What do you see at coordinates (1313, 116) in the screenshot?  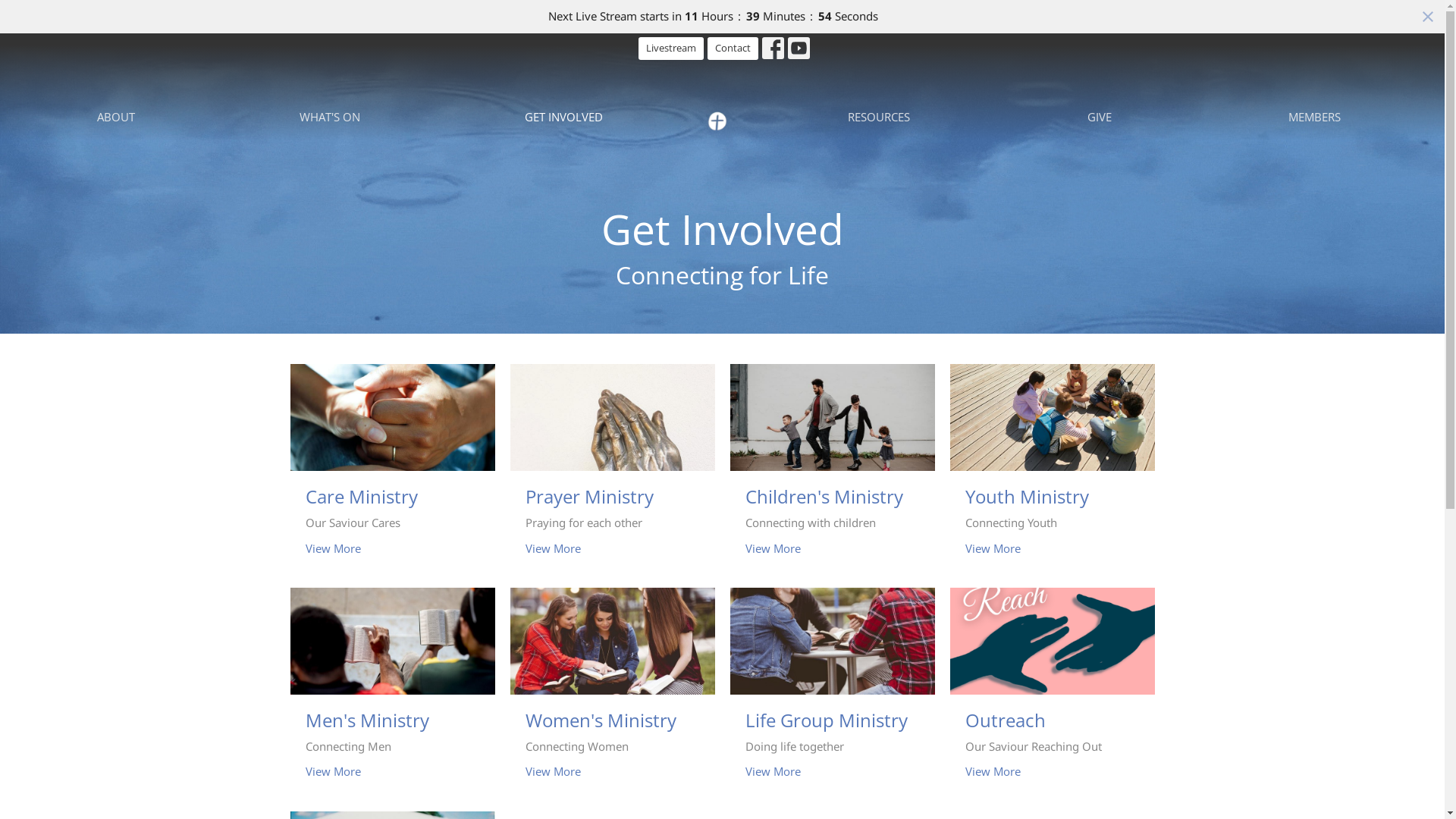 I see `'MEMBERS'` at bounding box center [1313, 116].